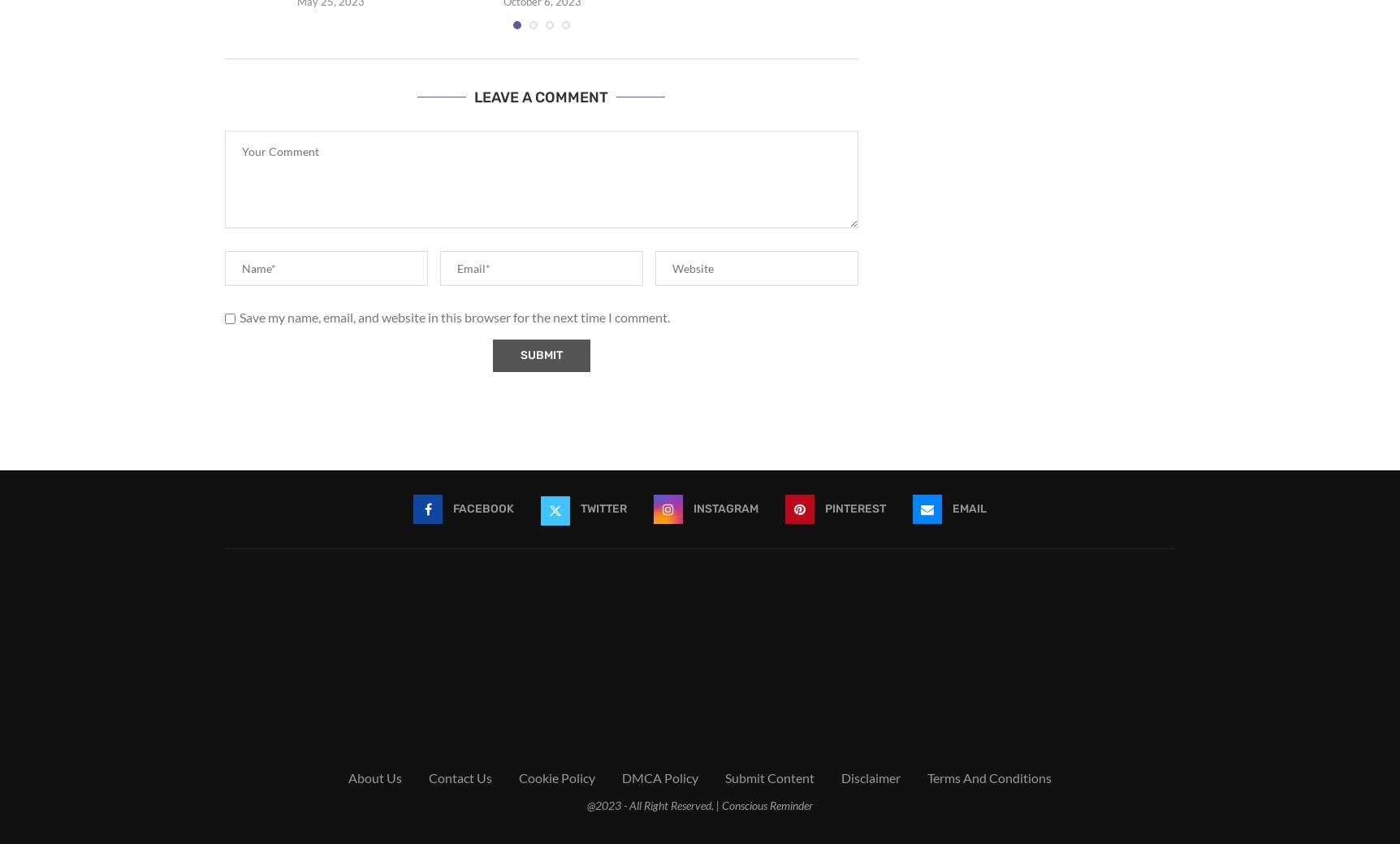  I want to click on 'Submit Content', so click(769, 777).